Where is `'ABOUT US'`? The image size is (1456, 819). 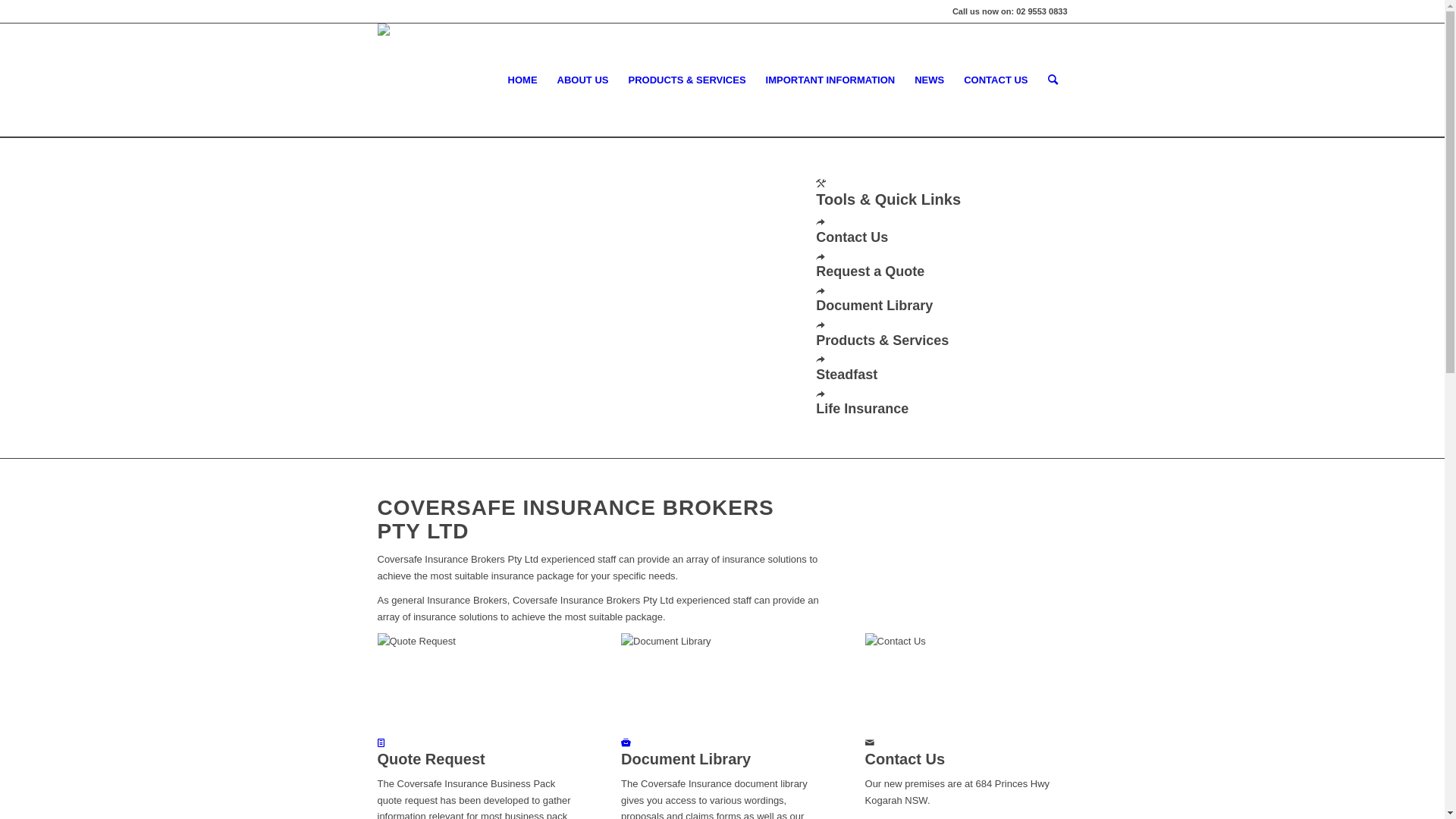 'ABOUT US' is located at coordinates (582, 80).